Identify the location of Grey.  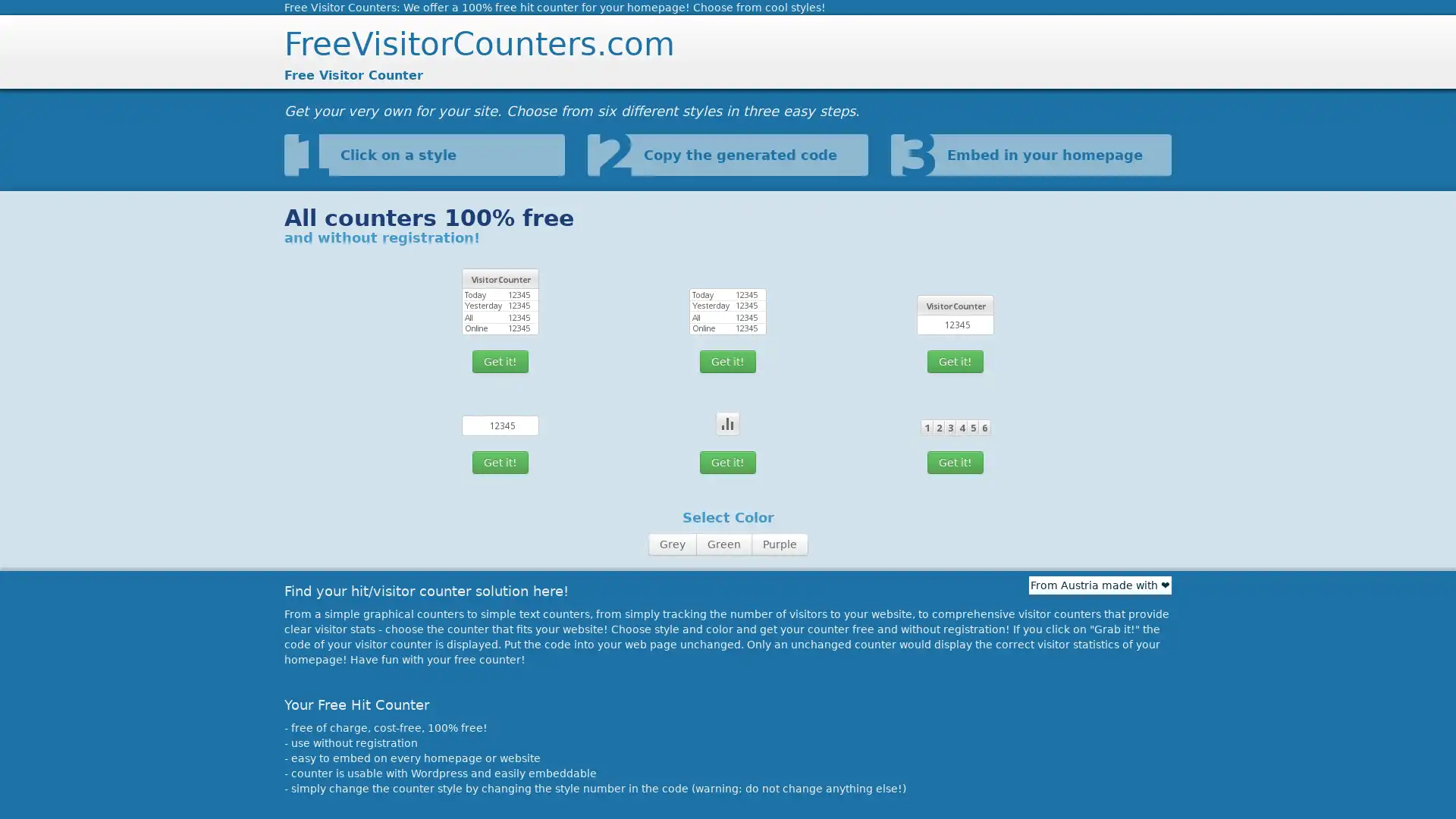
(671, 543).